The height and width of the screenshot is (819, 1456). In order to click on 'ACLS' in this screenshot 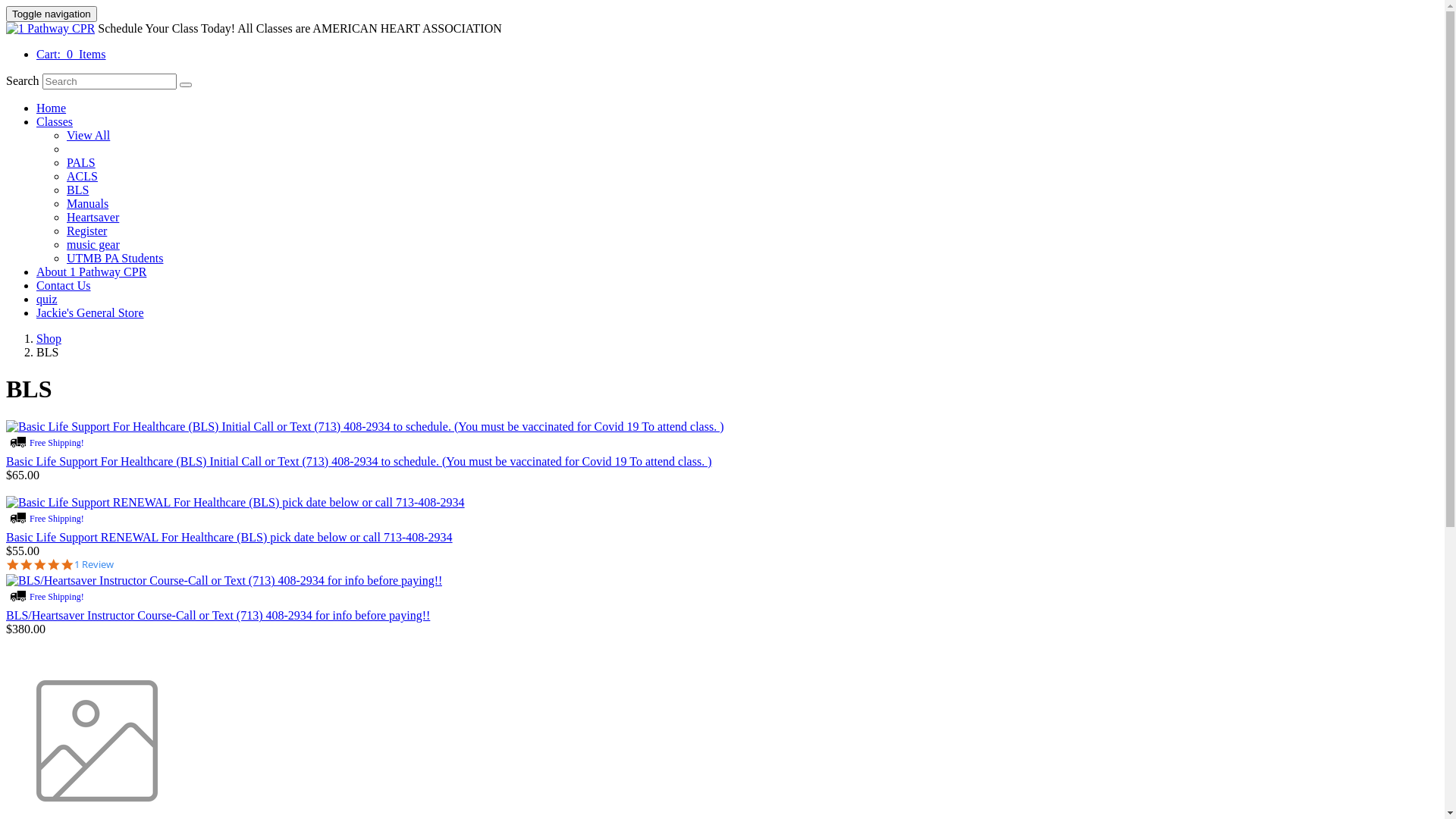, I will do `click(81, 175)`.